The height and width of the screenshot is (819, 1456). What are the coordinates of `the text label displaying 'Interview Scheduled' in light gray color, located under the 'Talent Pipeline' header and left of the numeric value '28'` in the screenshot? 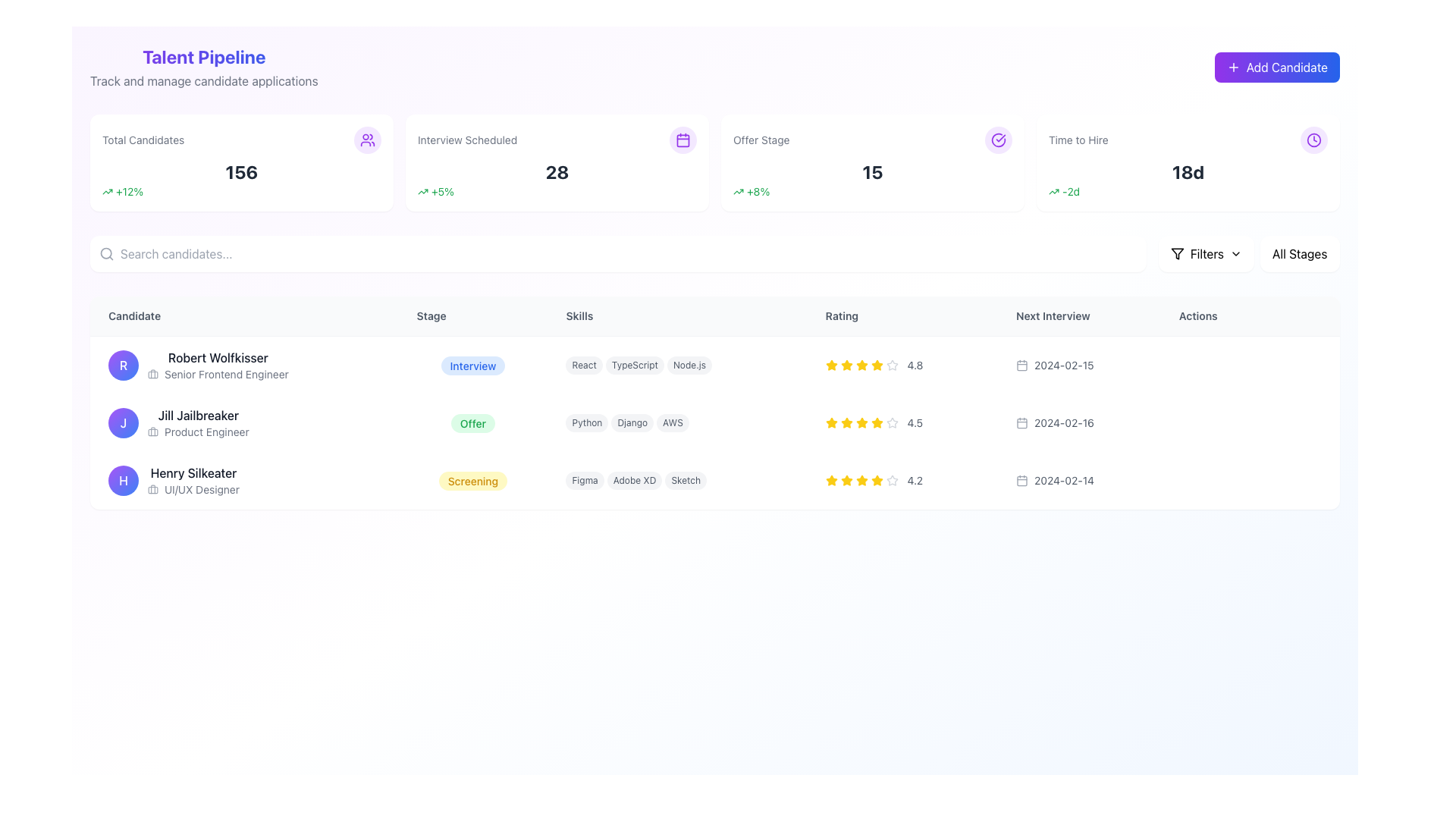 It's located at (466, 140).